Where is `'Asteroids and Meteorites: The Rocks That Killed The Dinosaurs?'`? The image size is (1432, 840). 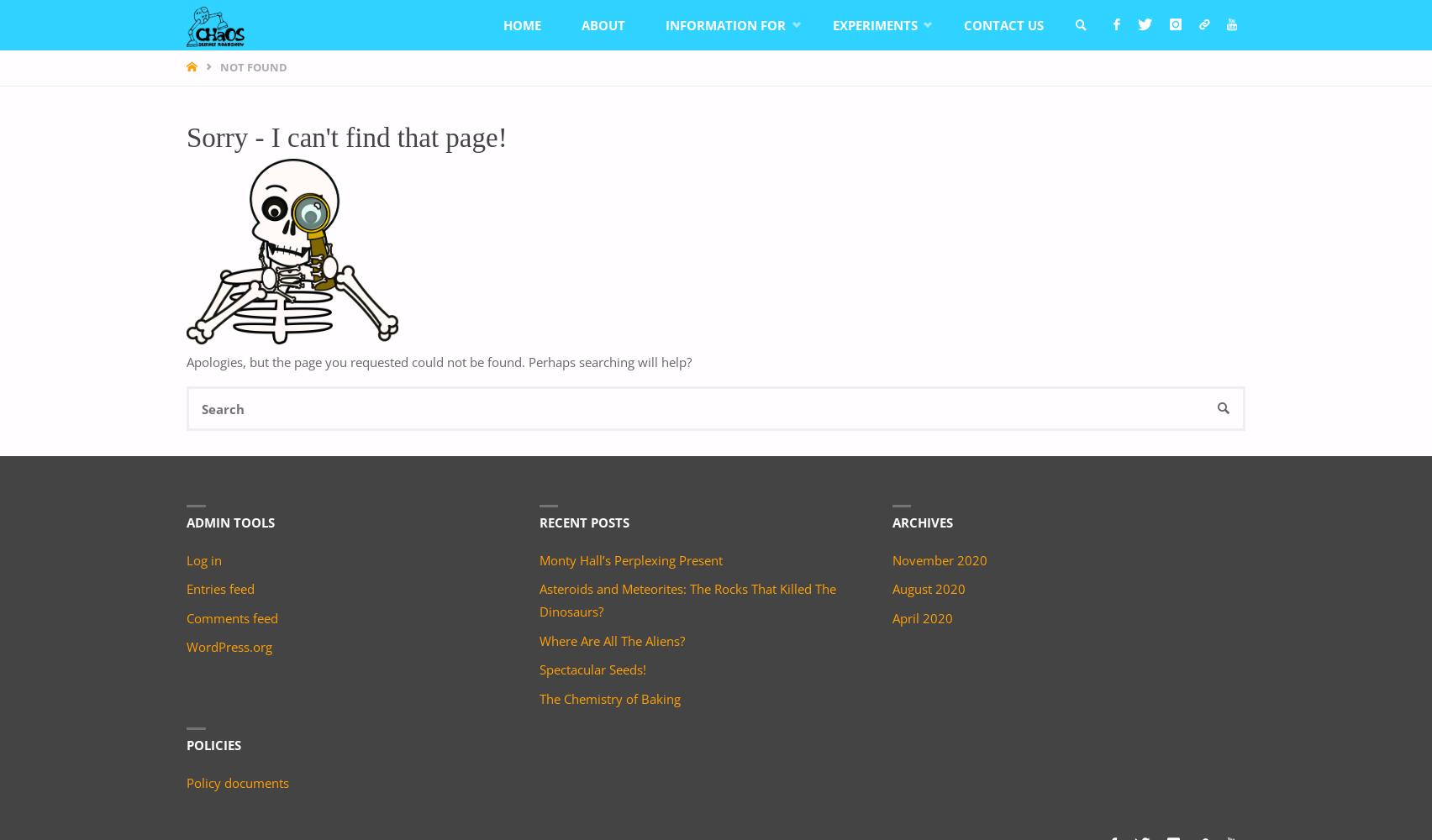 'Asteroids and Meteorites: The Rocks That Killed The Dinosaurs?' is located at coordinates (686, 599).